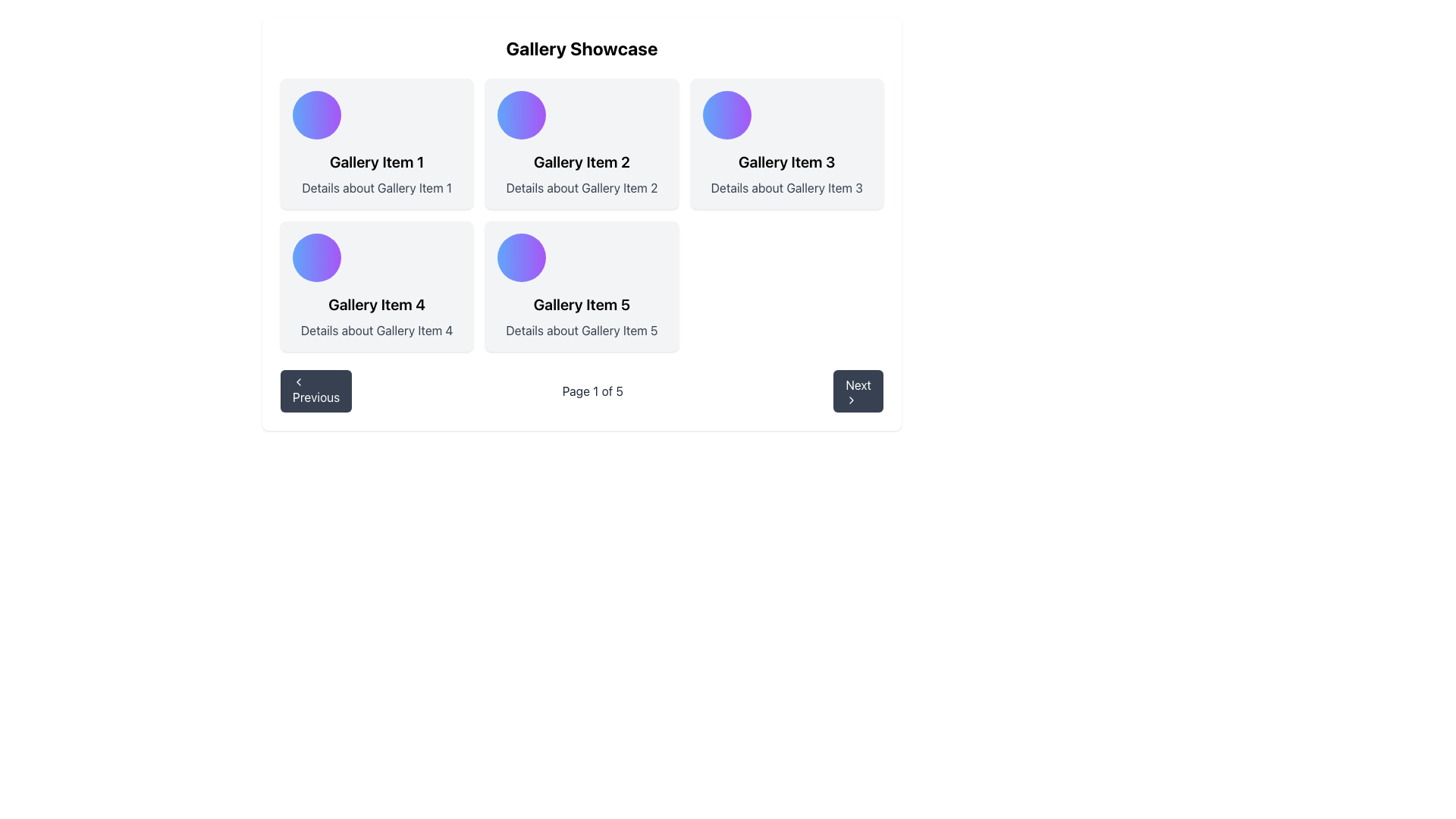 This screenshot has height=819, width=1456. I want to click on text content of the 'Gallery Item 4' label, which is styled prominently and positioned below a gradient icon, so click(377, 304).